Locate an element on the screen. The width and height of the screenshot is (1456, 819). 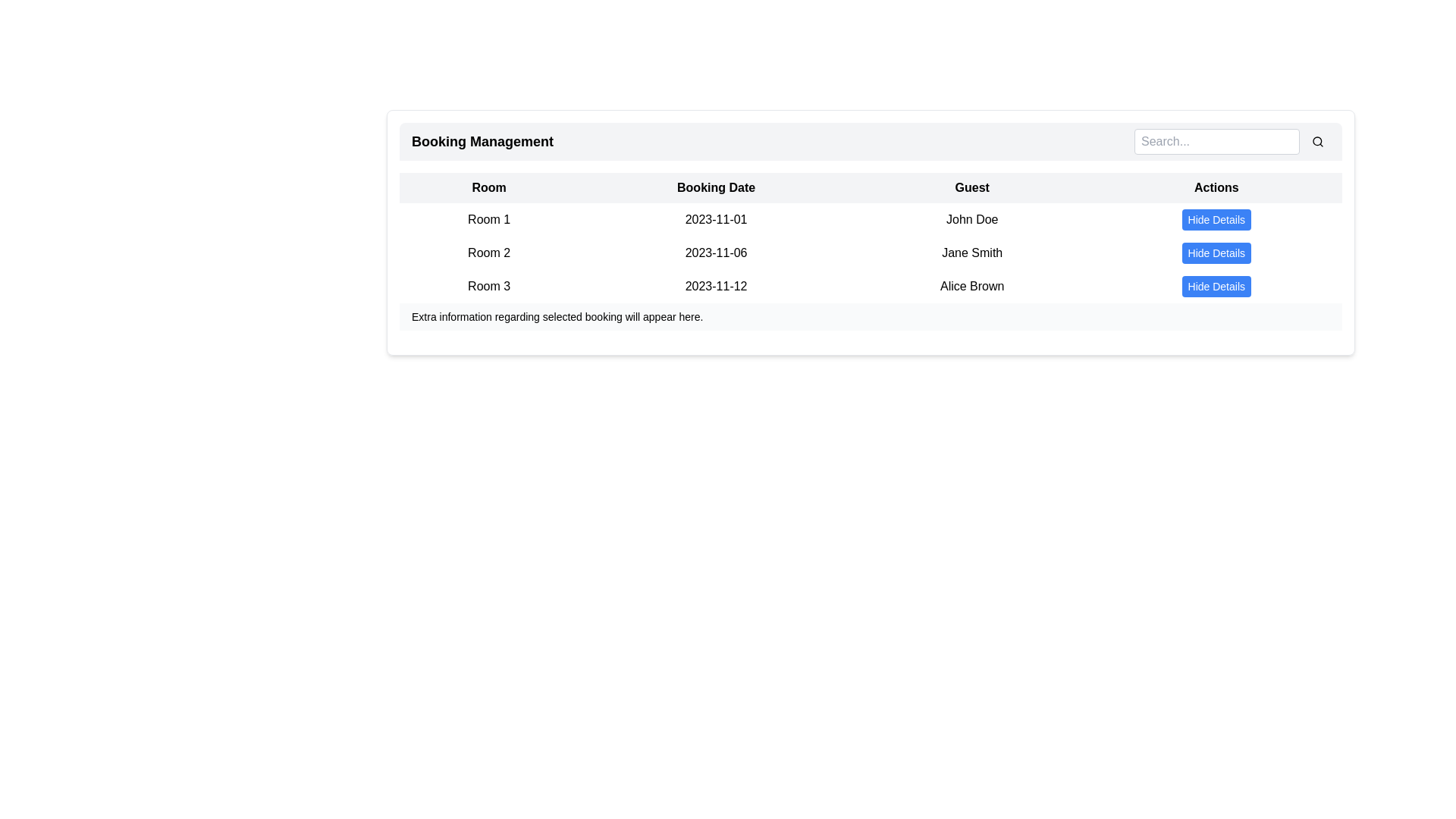
keyboard navigation is located at coordinates (1216, 287).